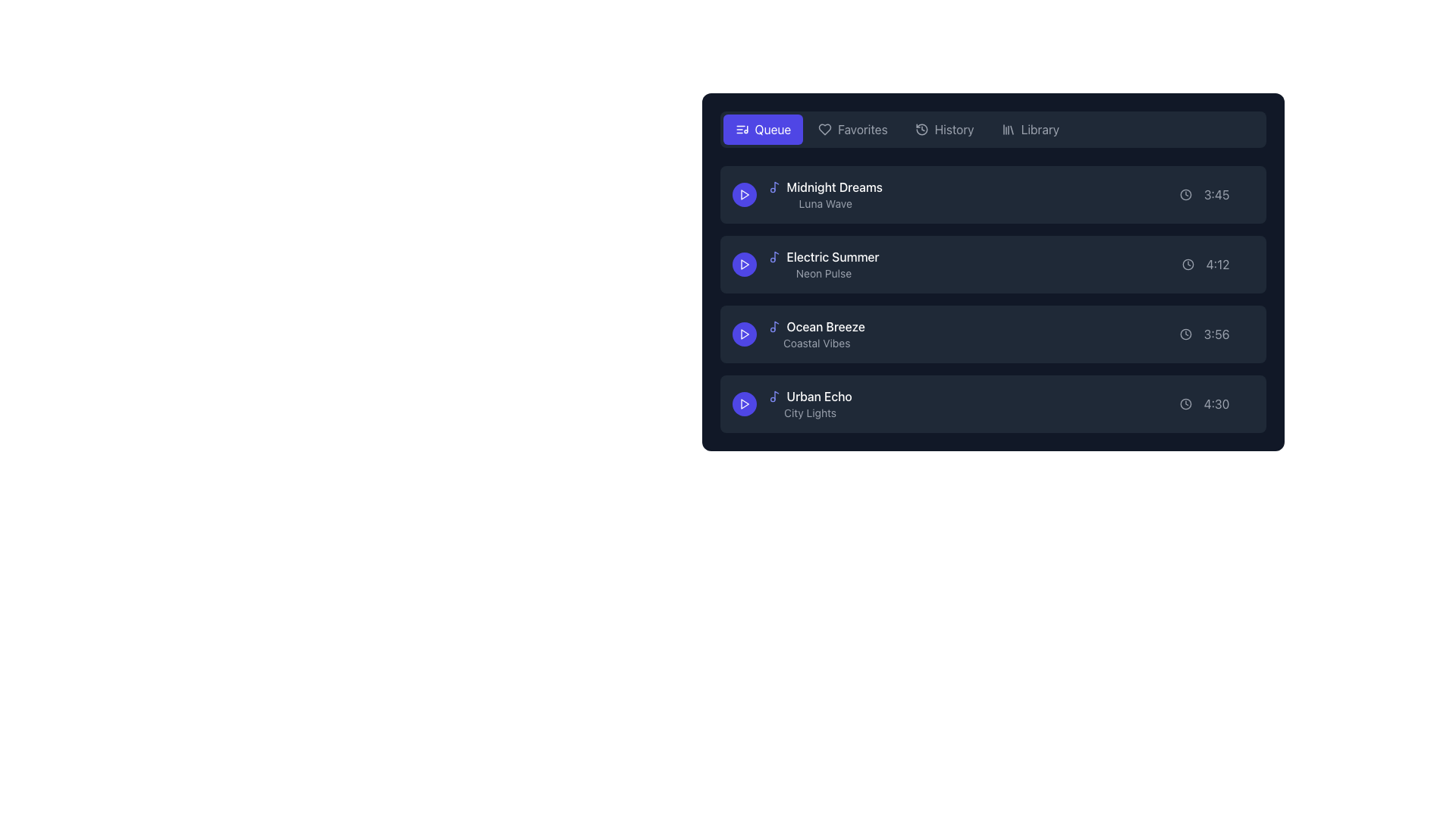  Describe the element at coordinates (953, 128) in the screenshot. I see `the 'History' text label in the navigation bar, which indicates the section related to history logs and is positioned third from the left` at that location.